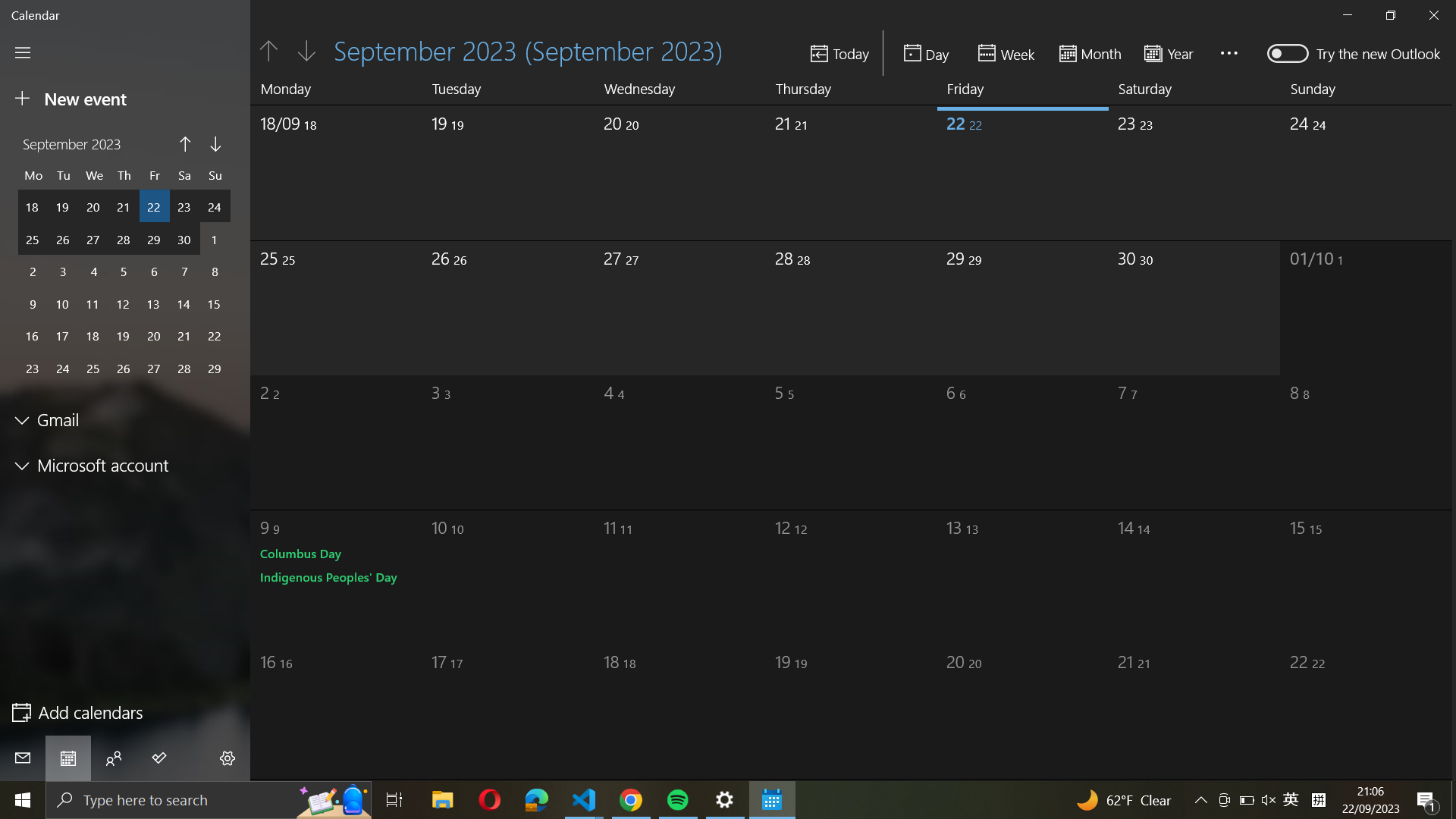 The height and width of the screenshot is (819, 1456). I want to click on Switch to a different option using Tab key, so click(227, 760).